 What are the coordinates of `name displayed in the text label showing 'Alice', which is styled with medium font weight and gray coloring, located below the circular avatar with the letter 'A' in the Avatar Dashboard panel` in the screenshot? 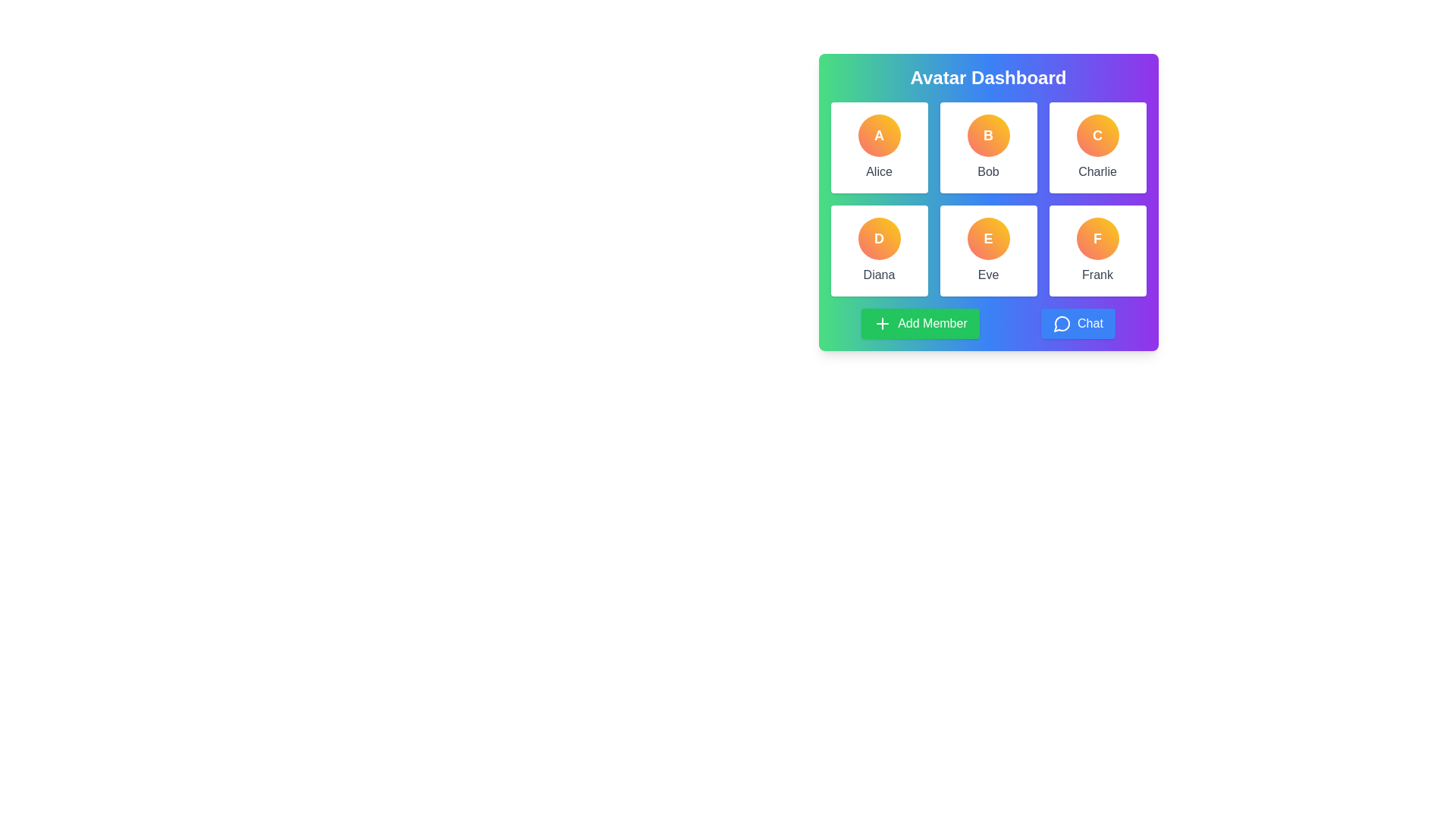 It's located at (879, 171).